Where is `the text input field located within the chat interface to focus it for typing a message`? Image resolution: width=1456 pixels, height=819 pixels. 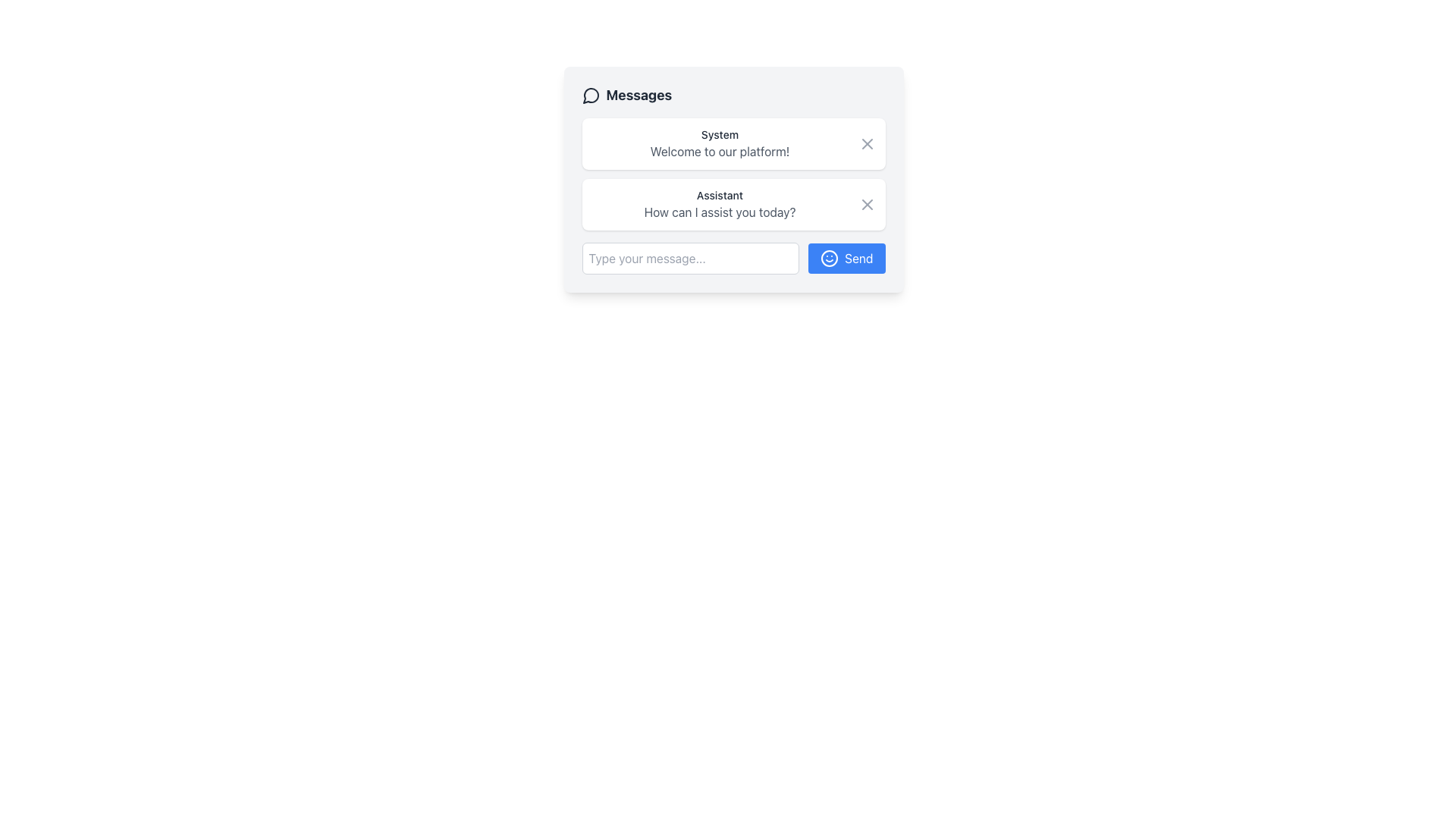
the text input field located within the chat interface to focus it for typing a message is located at coordinates (689, 257).